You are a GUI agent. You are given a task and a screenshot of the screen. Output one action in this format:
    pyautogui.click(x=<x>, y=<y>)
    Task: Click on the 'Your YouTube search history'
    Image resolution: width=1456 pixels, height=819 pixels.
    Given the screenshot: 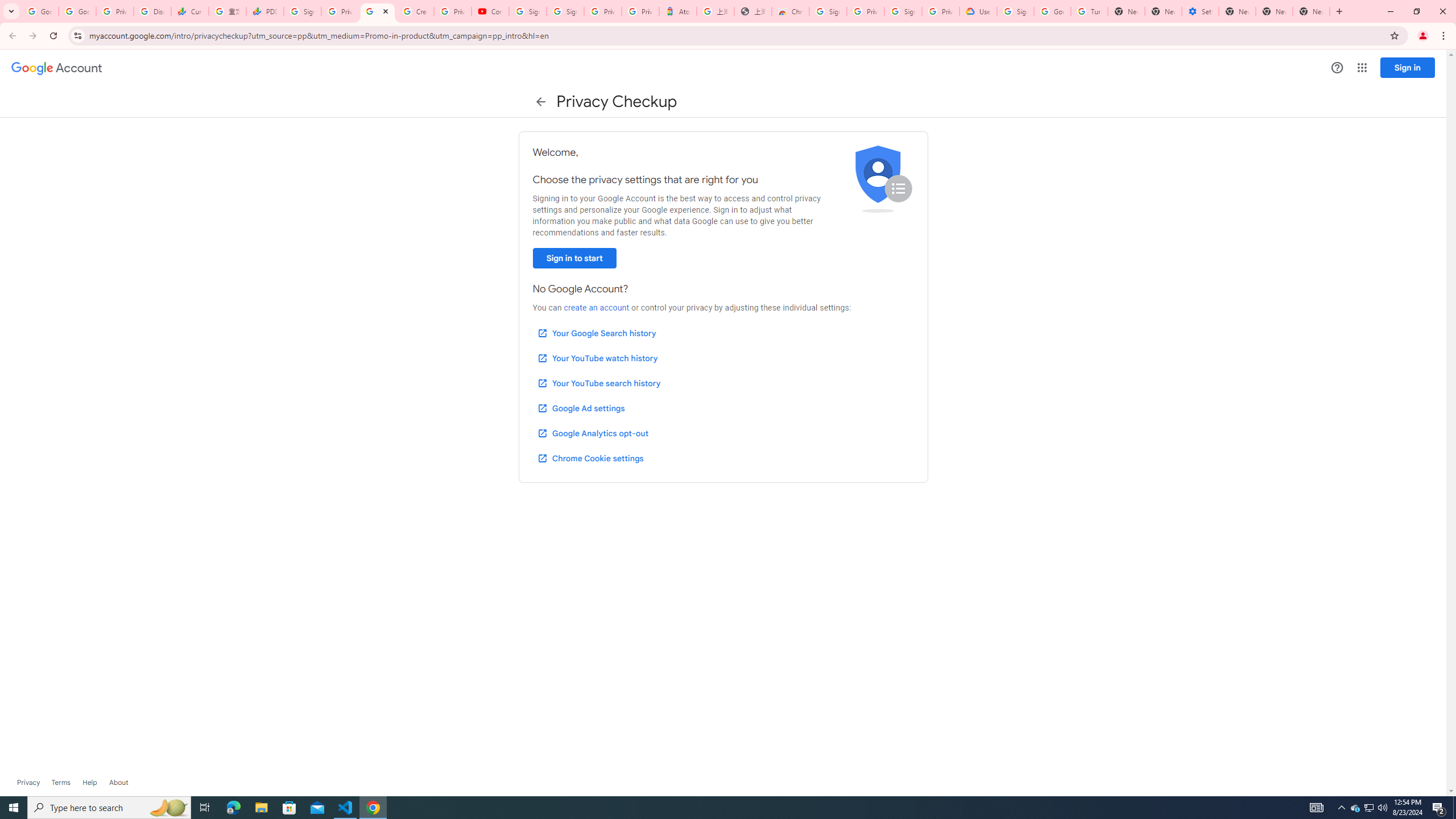 What is the action you would take?
    pyautogui.click(x=598, y=383)
    